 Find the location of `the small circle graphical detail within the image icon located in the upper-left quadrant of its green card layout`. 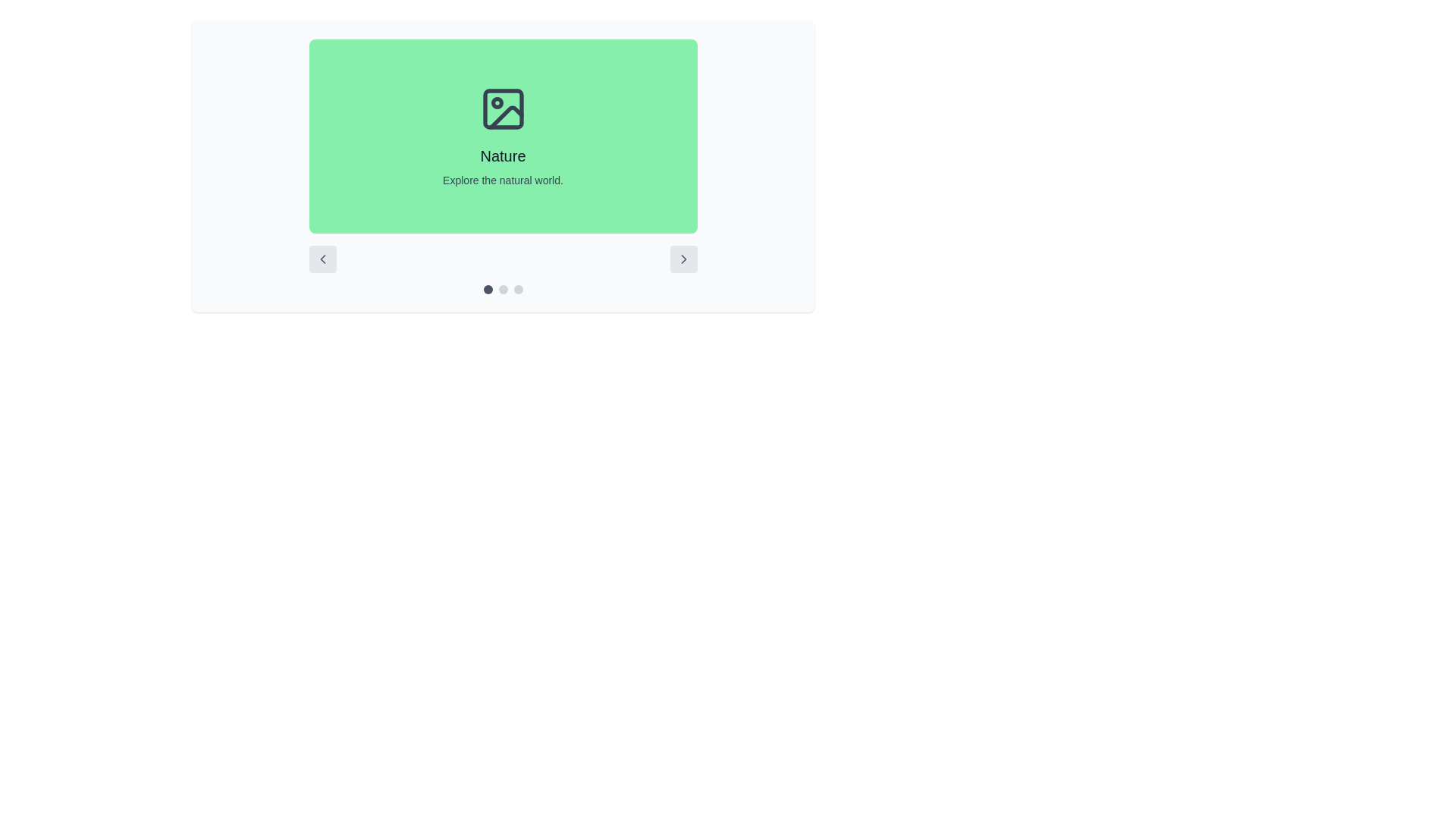

the small circle graphical detail within the image icon located in the upper-left quadrant of its green card layout is located at coordinates (497, 102).